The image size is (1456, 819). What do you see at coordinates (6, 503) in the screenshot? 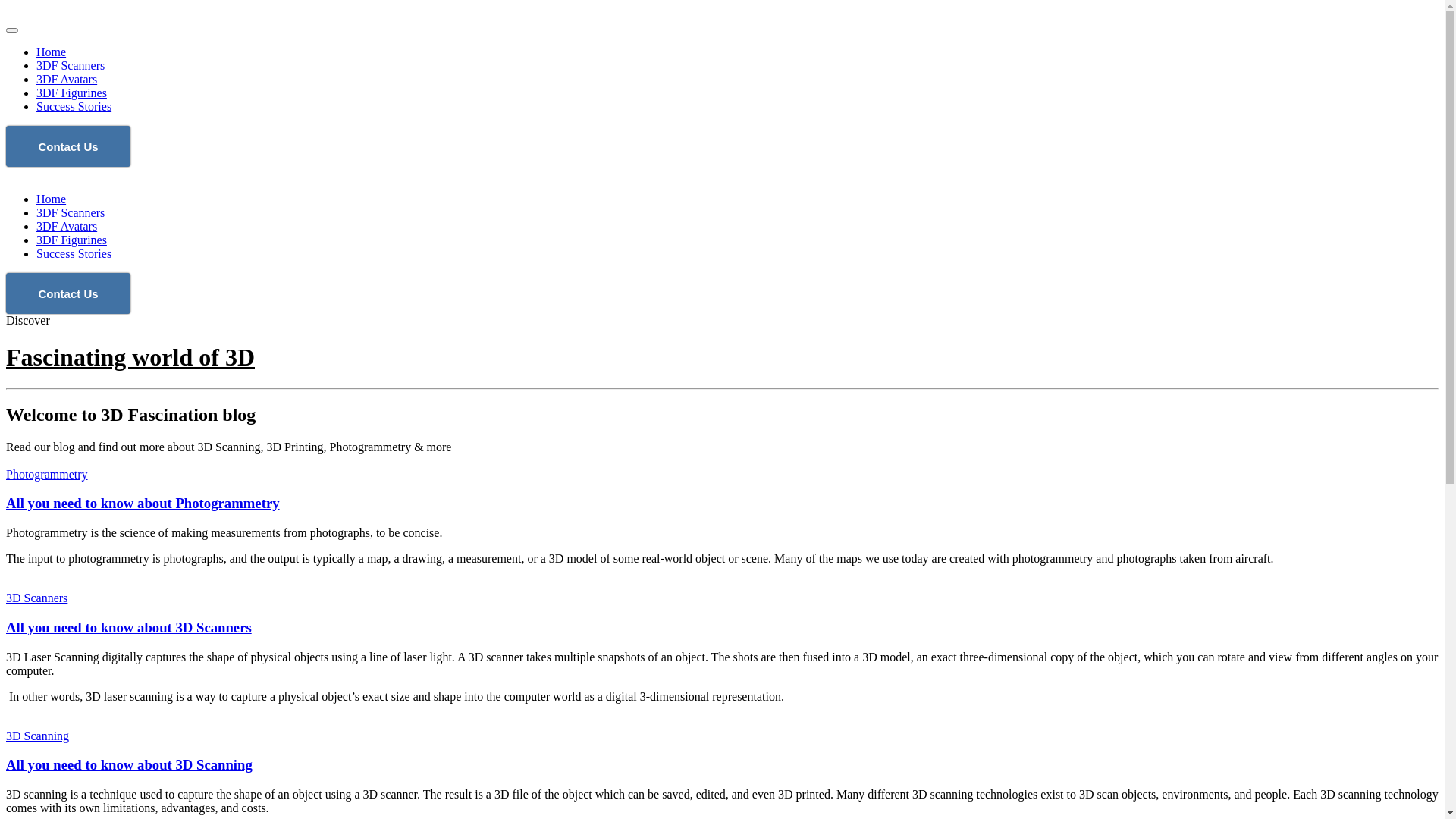
I see `'All you need to know about Photogrammetry'` at bounding box center [6, 503].